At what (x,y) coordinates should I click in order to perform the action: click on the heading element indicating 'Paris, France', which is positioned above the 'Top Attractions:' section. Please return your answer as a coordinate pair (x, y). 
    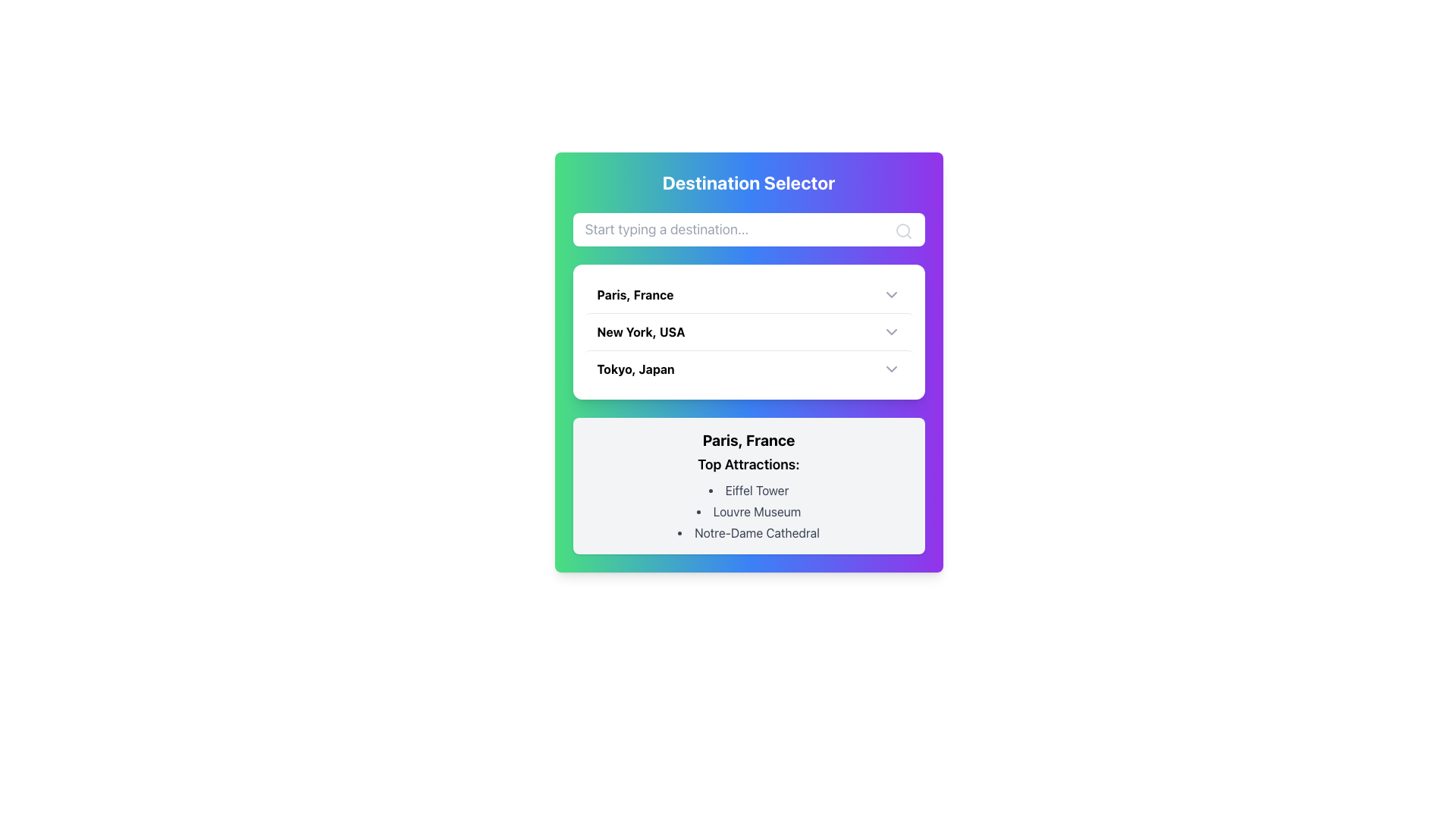
    Looking at the image, I should click on (748, 441).